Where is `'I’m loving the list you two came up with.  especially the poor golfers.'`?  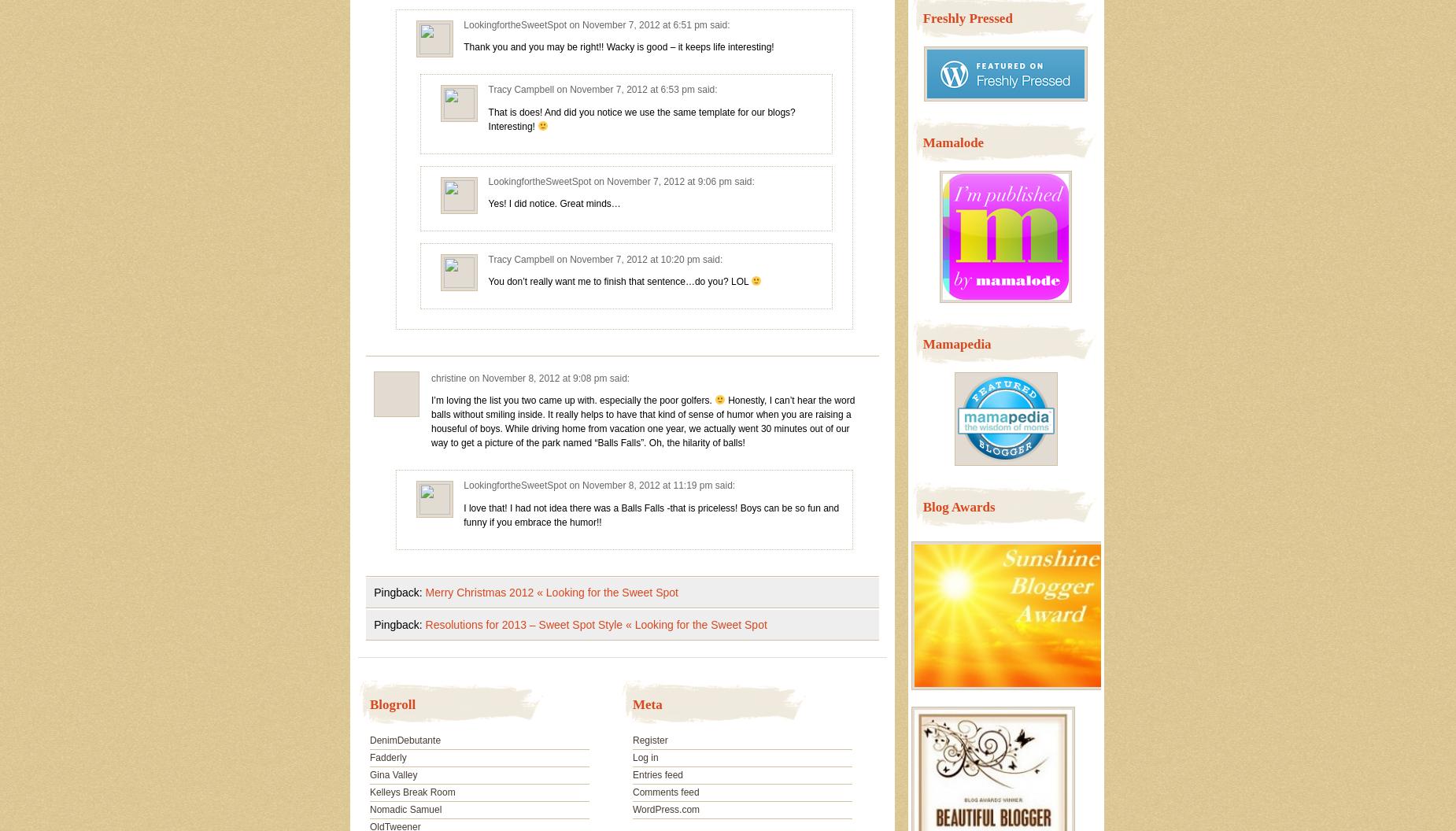 'I’m loving the list you two came up with.  especially the poor golfers.' is located at coordinates (572, 399).